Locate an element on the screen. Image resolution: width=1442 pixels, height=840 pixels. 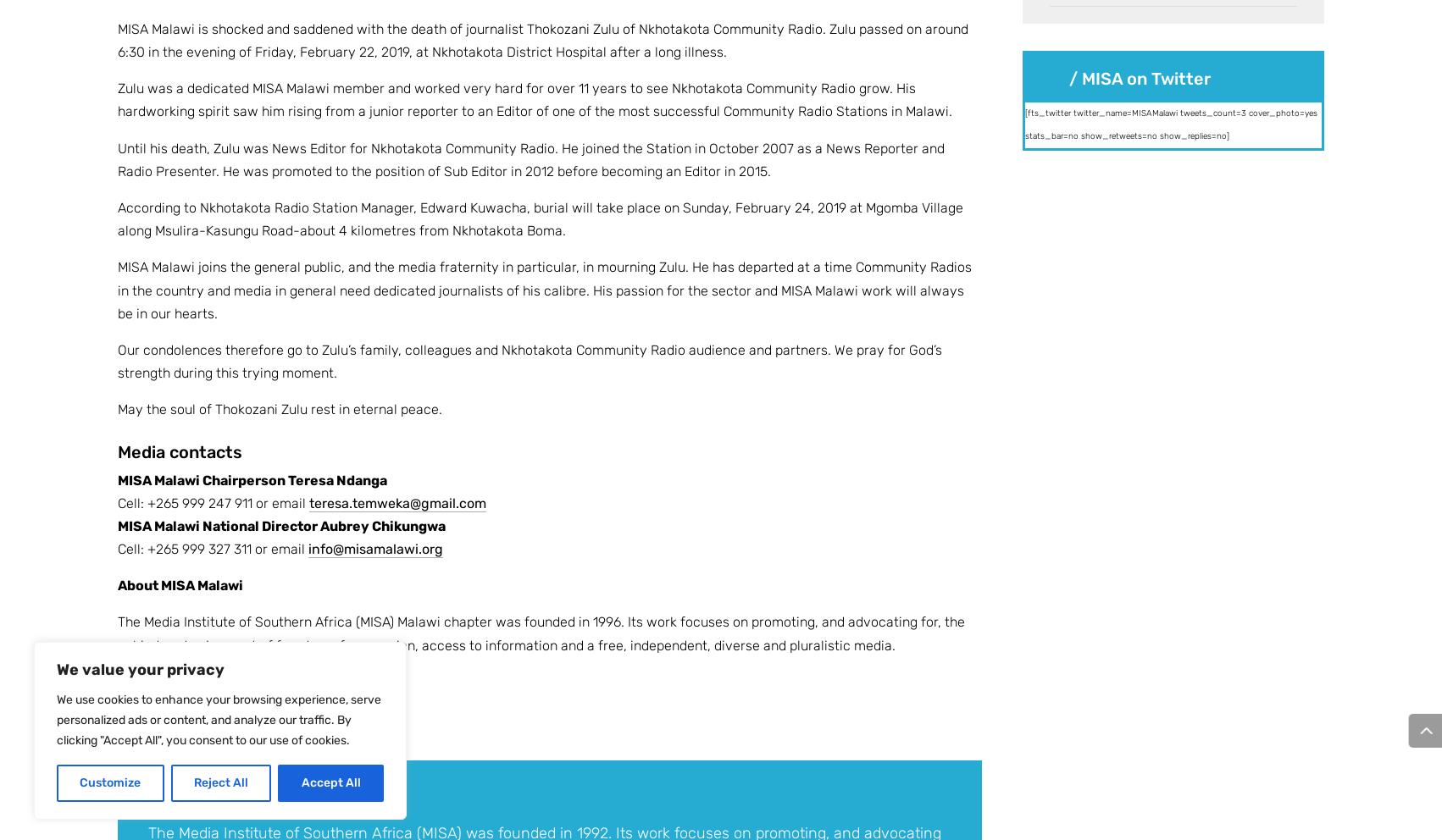
'May the soul of Thokozani Zulu rest in eternal peace.' is located at coordinates (280, 409).